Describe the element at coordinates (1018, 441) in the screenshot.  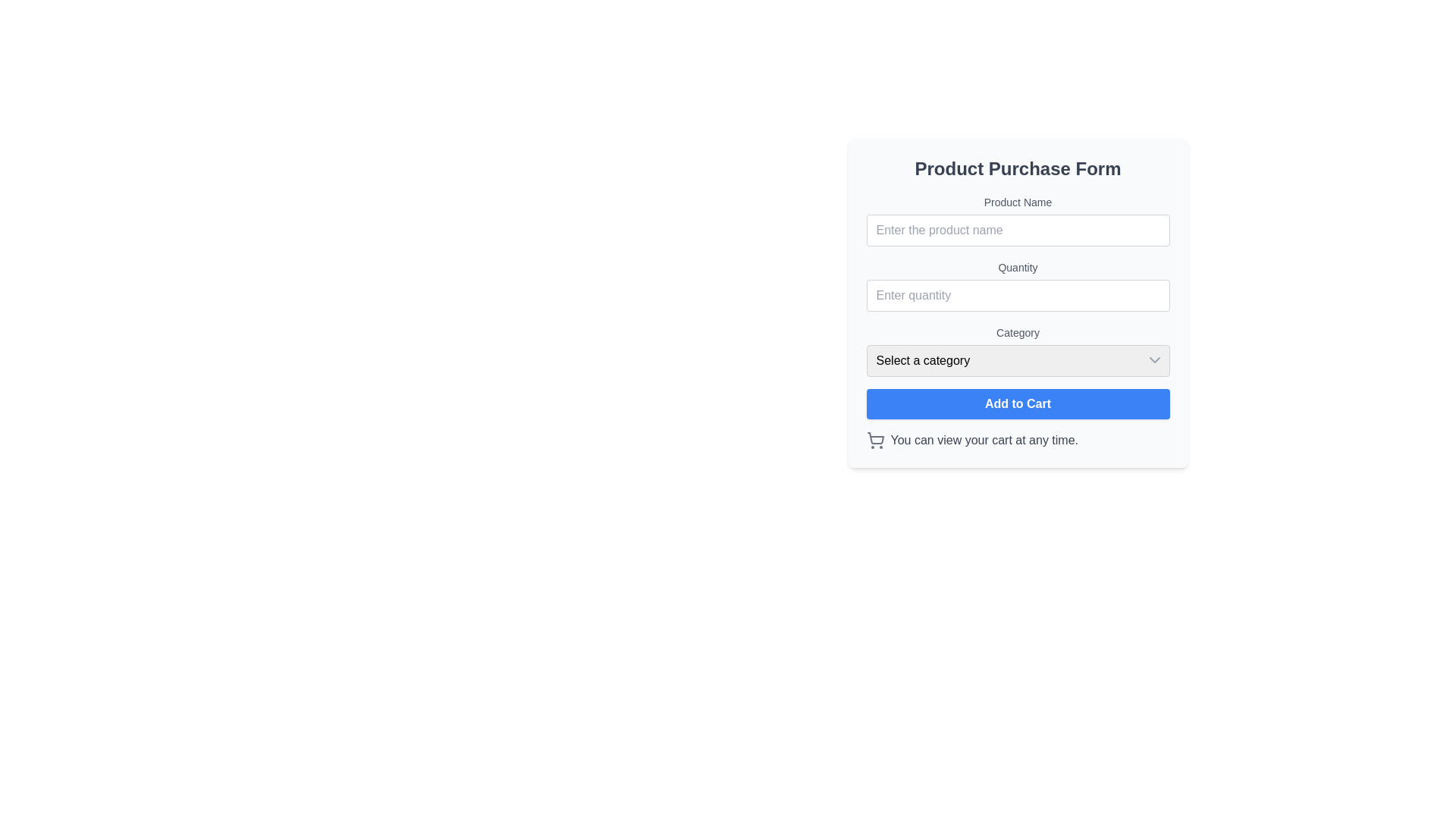
I see `the informational text element that provides a reminder about the availability of the cart, located below the 'Add to Cart' button` at that location.